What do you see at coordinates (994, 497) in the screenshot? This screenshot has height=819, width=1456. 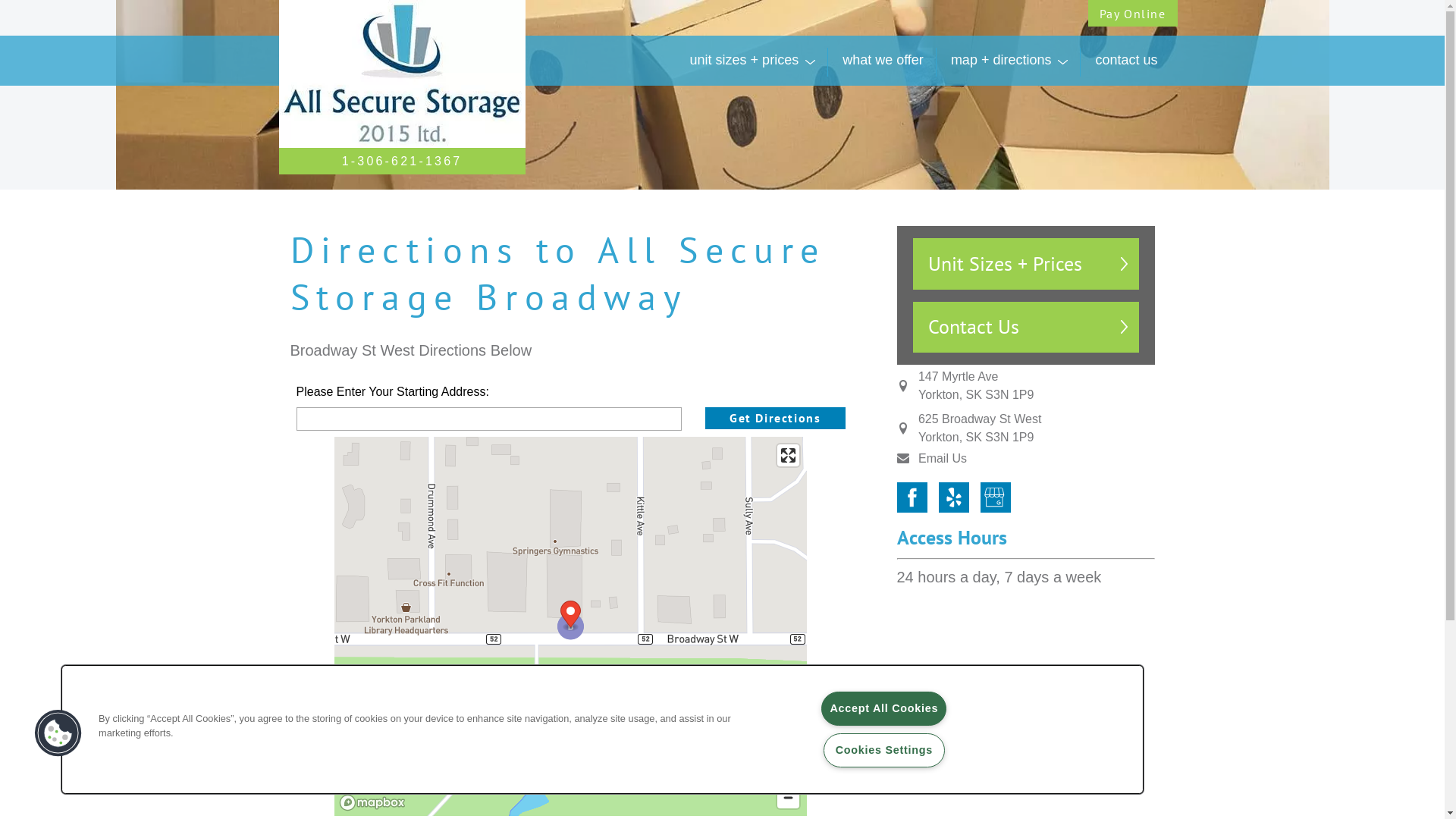 I see `'Google My Business'` at bounding box center [994, 497].